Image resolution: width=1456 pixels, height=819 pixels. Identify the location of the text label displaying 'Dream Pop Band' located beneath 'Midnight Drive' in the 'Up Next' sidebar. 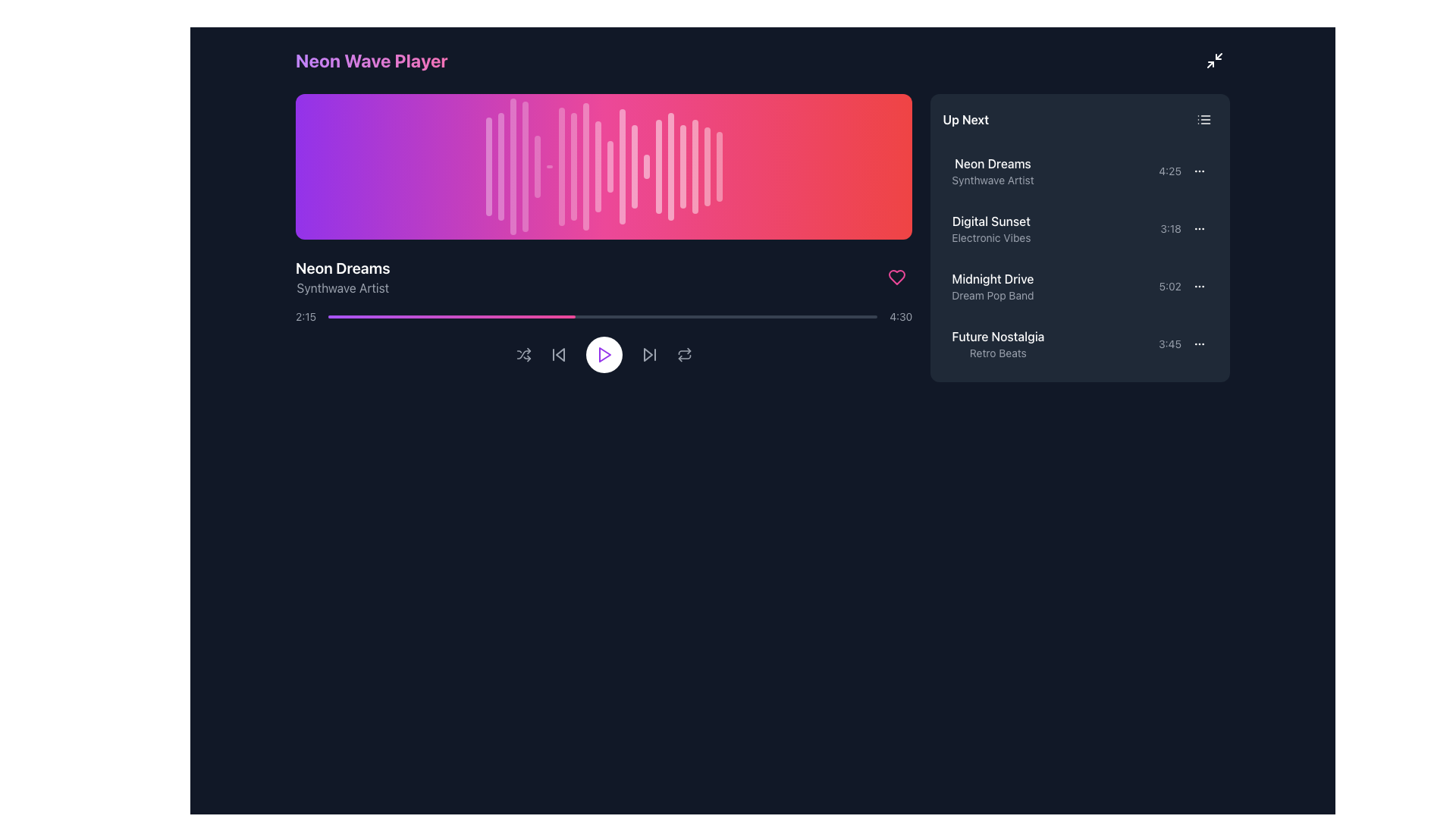
(993, 295).